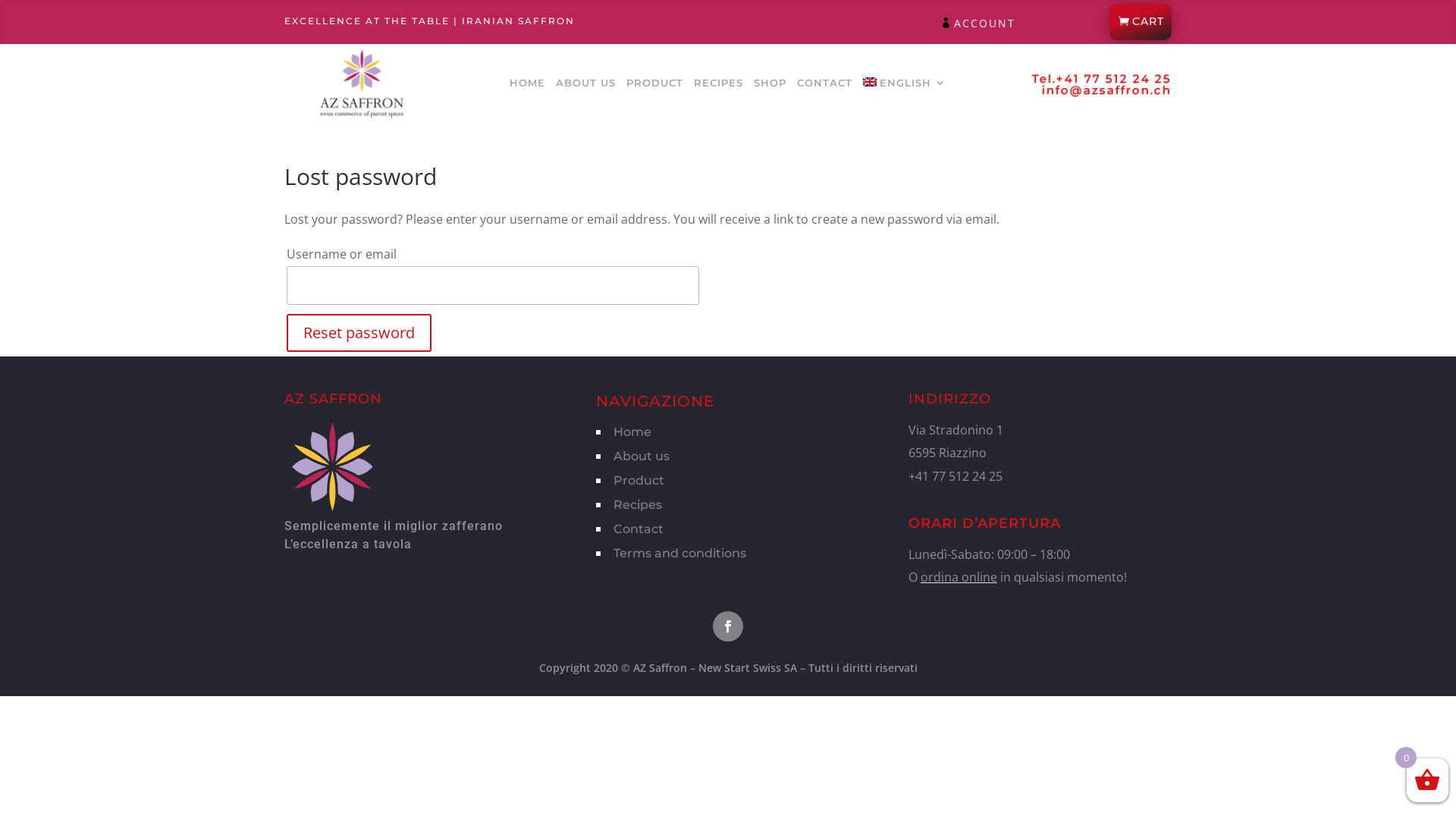  Describe the element at coordinates (984, 23) in the screenshot. I see `'ACCOUNT'` at that location.